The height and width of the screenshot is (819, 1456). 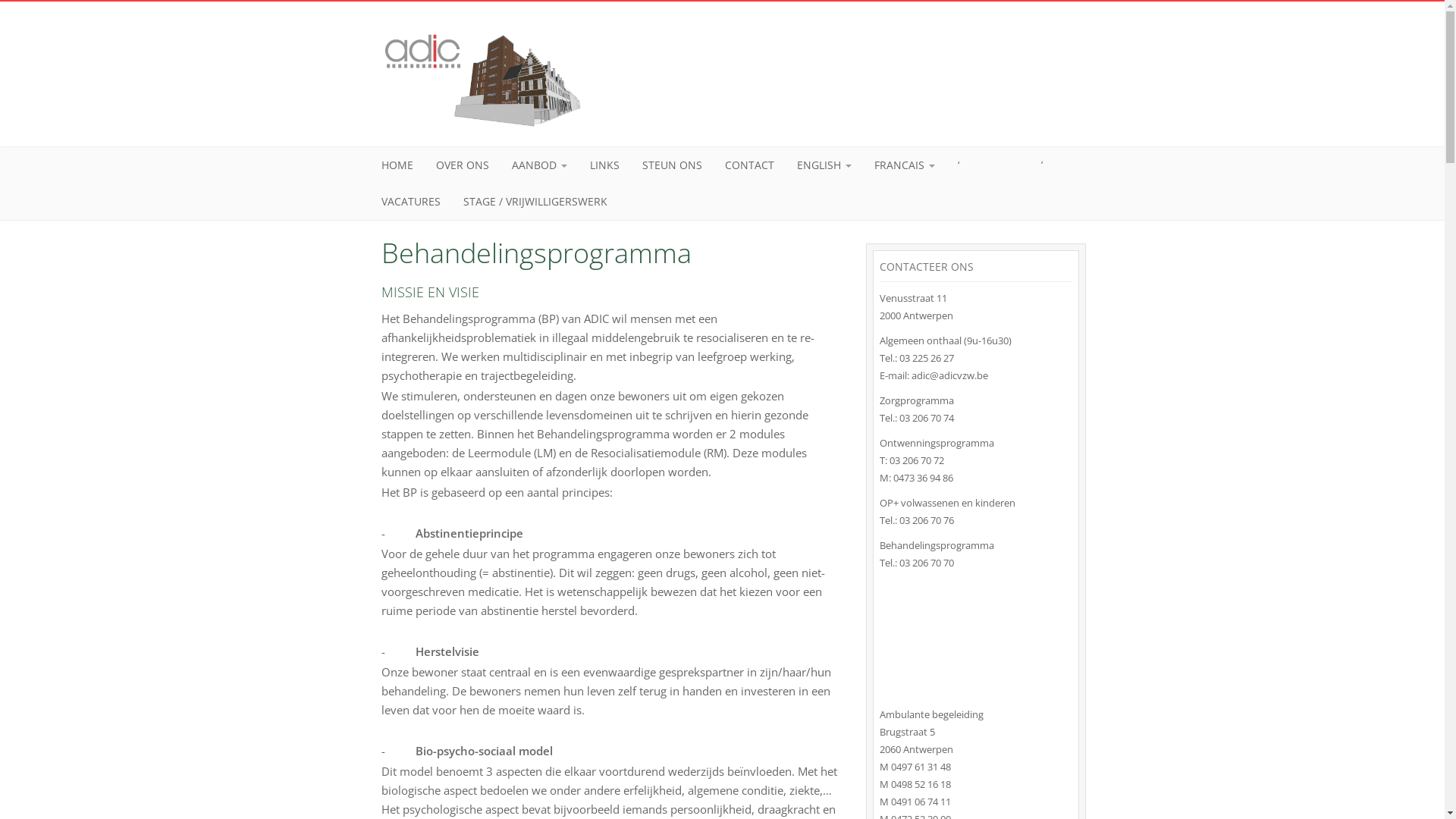 What do you see at coordinates (370, 165) in the screenshot?
I see `'HOME'` at bounding box center [370, 165].